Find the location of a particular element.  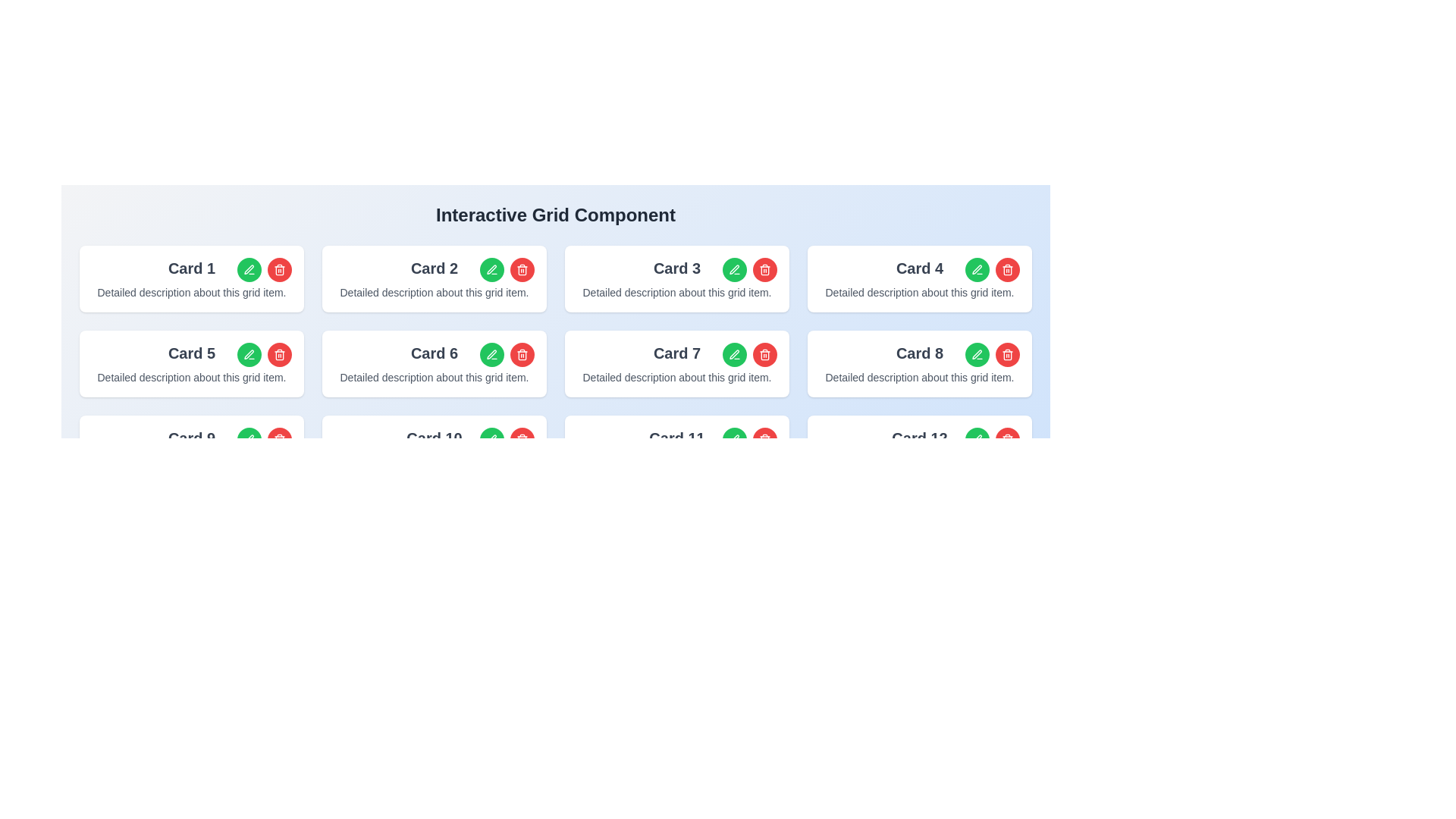

the trash bin icon located in the top-right corner of 'Card 4' is located at coordinates (1008, 356).